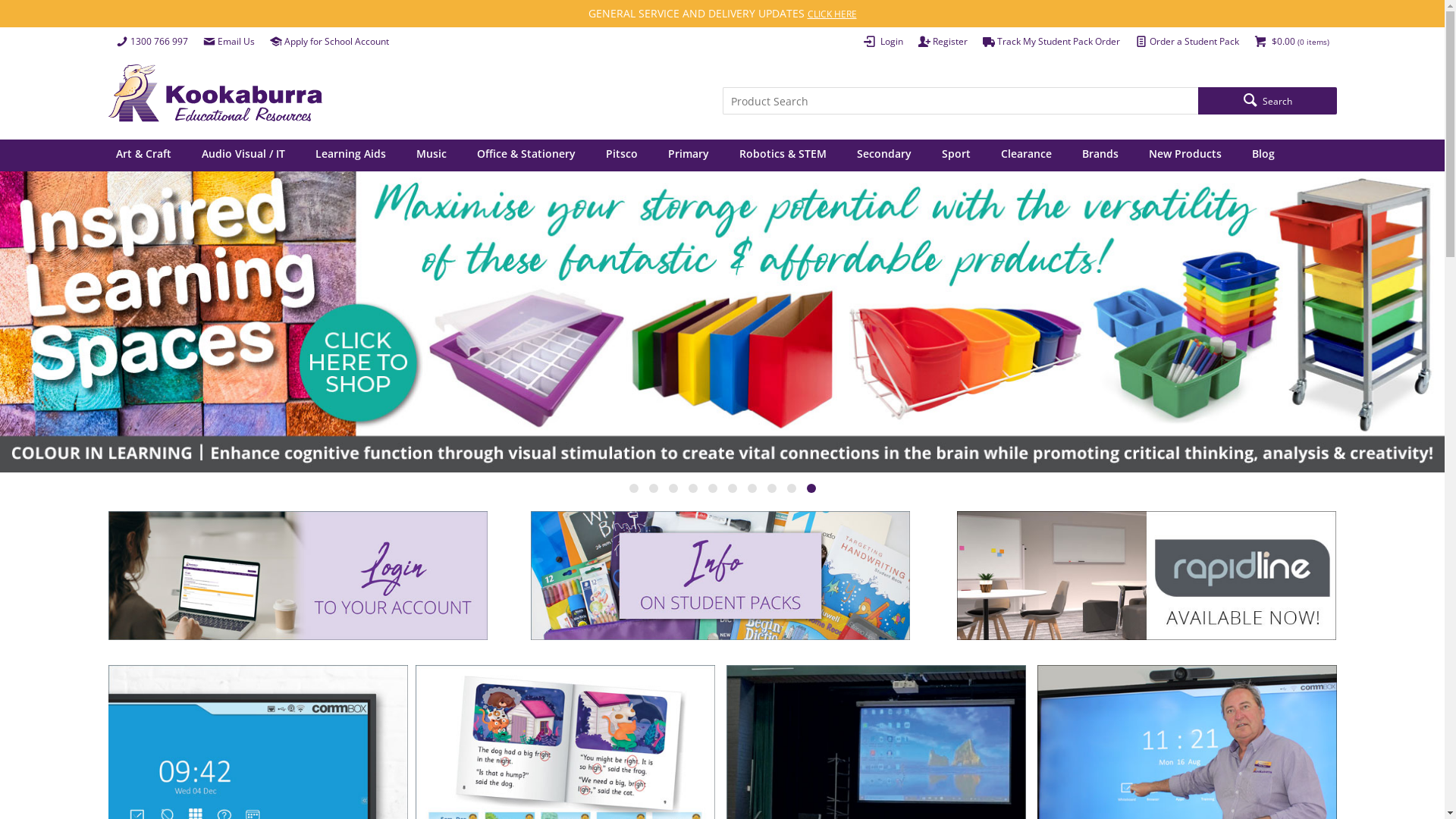 Image resolution: width=1456 pixels, height=819 pixels. Describe the element at coordinates (526, 155) in the screenshot. I see `'Office & Stationery'` at that location.